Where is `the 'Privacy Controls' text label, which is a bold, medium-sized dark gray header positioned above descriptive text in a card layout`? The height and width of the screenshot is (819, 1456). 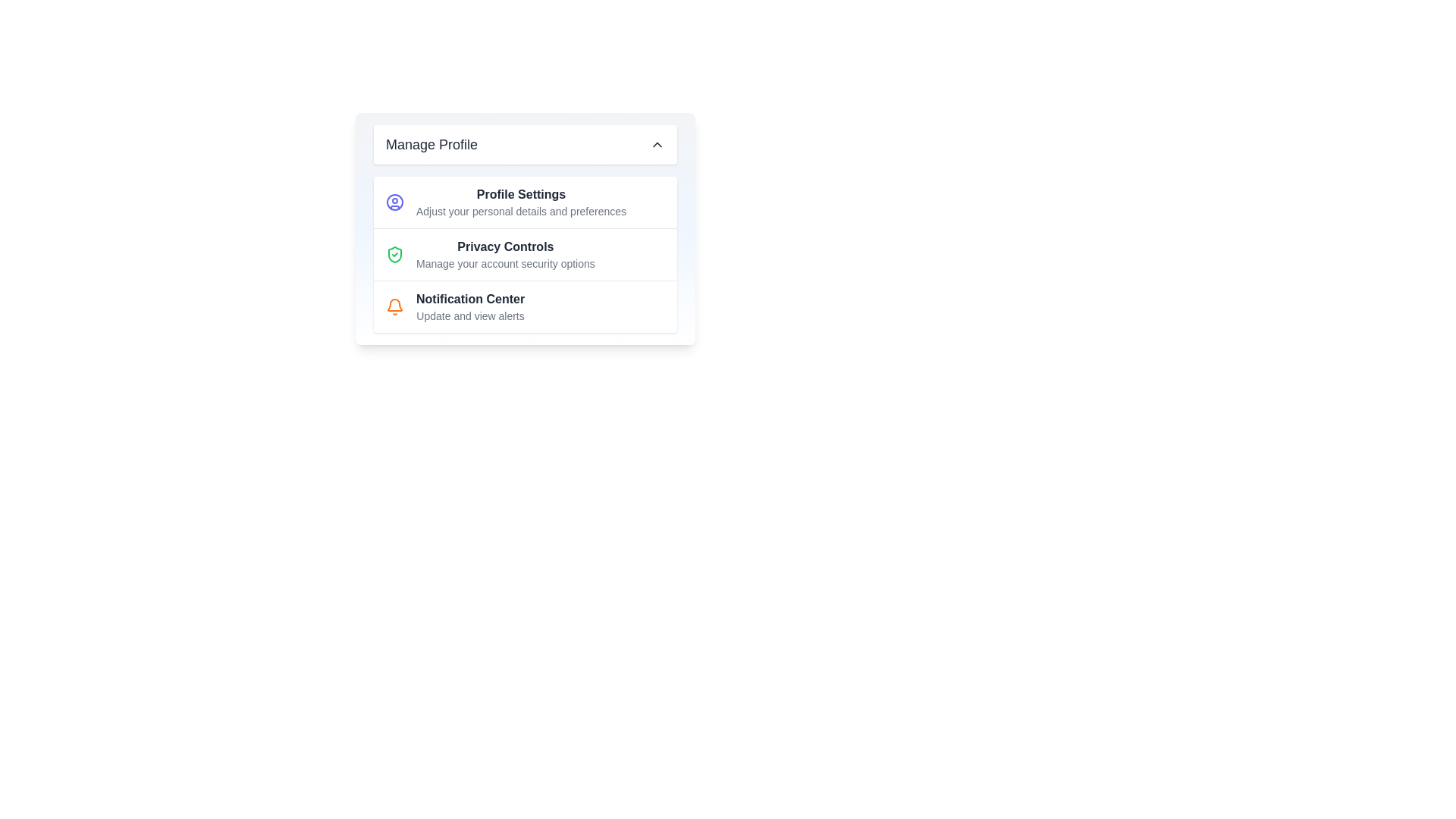 the 'Privacy Controls' text label, which is a bold, medium-sized dark gray header positioned above descriptive text in a card layout is located at coordinates (505, 246).